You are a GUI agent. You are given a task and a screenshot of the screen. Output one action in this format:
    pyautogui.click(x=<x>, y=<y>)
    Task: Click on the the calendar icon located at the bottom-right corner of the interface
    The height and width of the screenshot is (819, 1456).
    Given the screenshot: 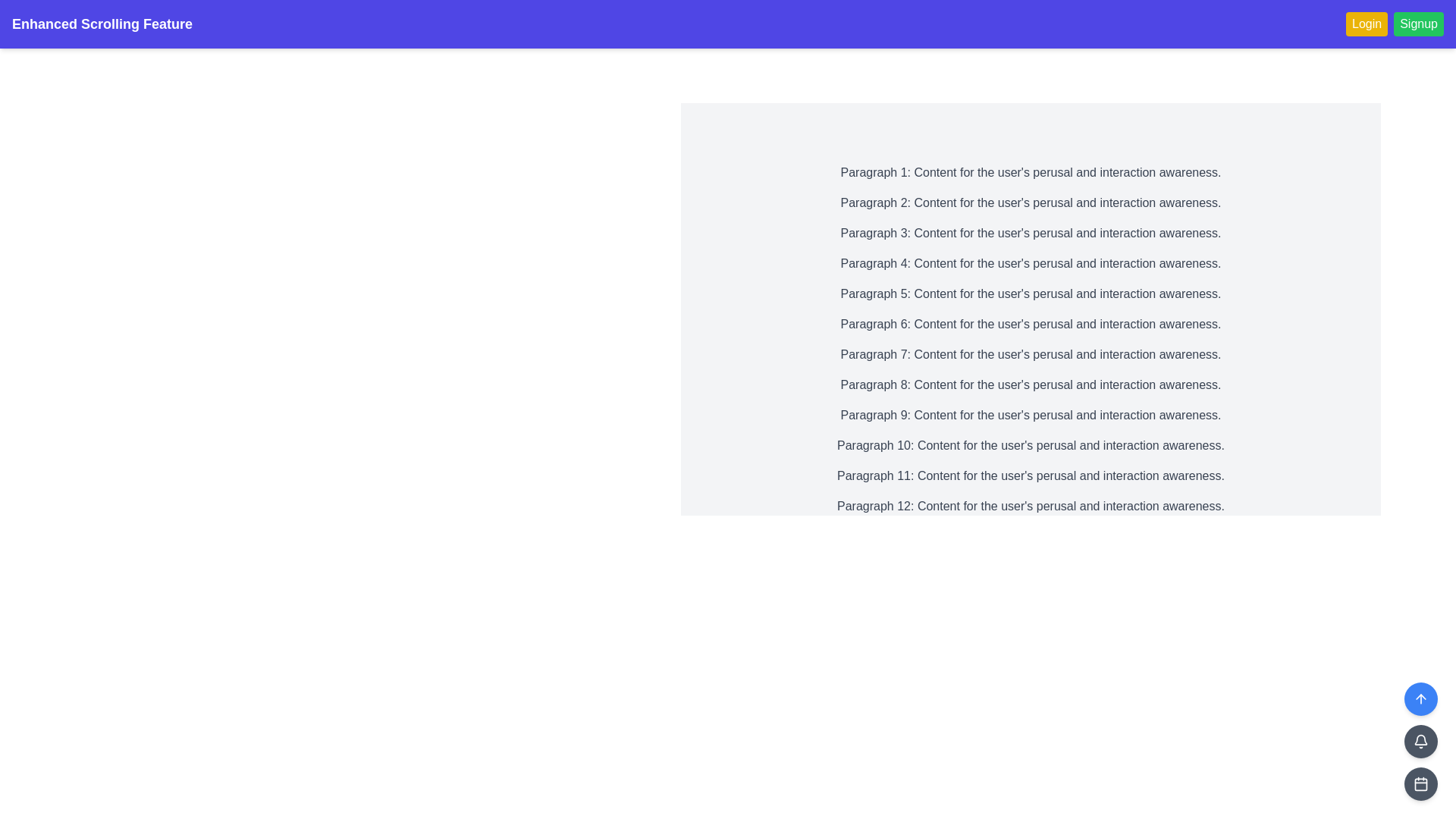 What is the action you would take?
    pyautogui.click(x=1420, y=783)
    